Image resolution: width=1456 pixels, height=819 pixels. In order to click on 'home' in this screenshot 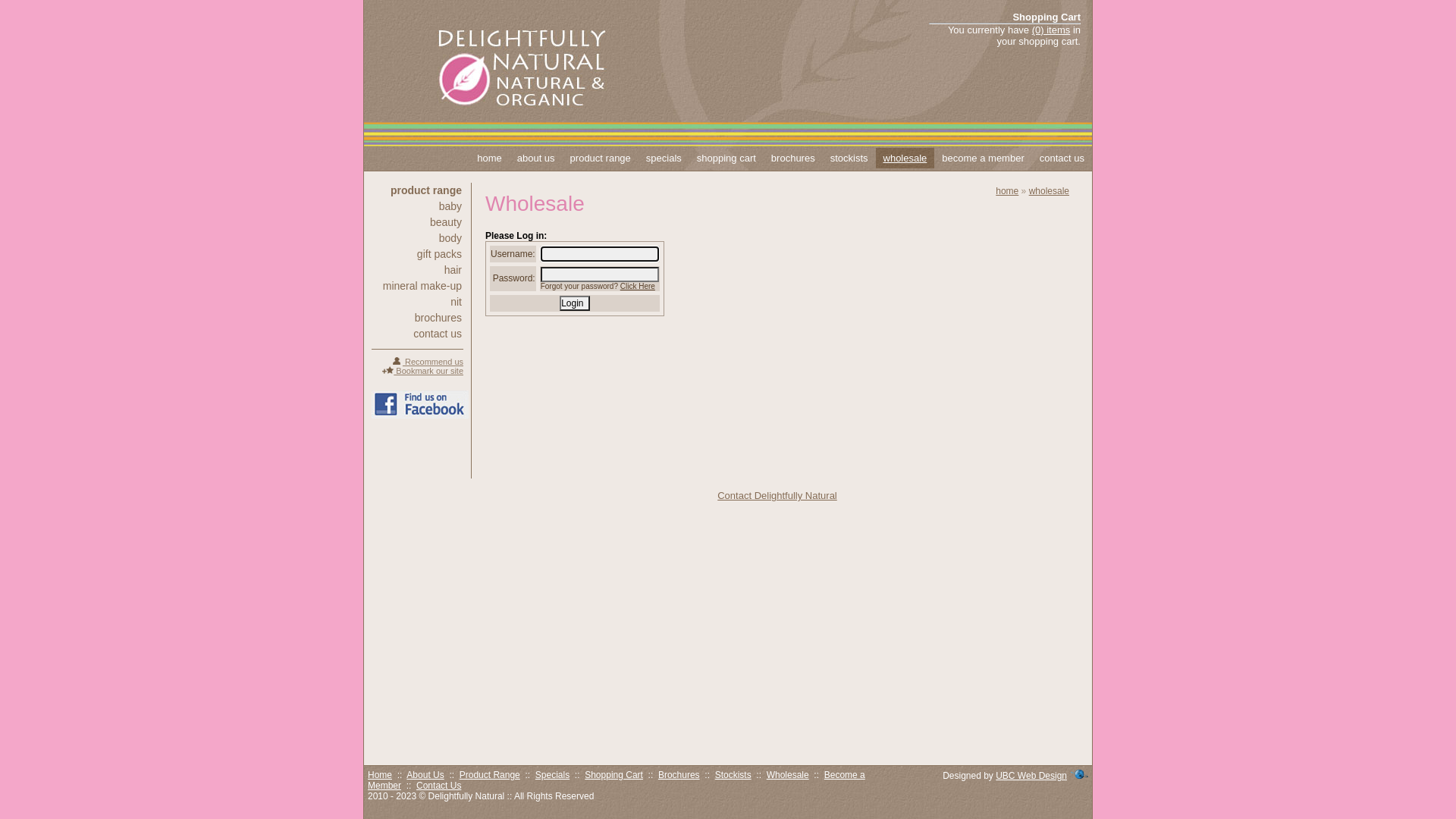, I will do `click(489, 158)`.